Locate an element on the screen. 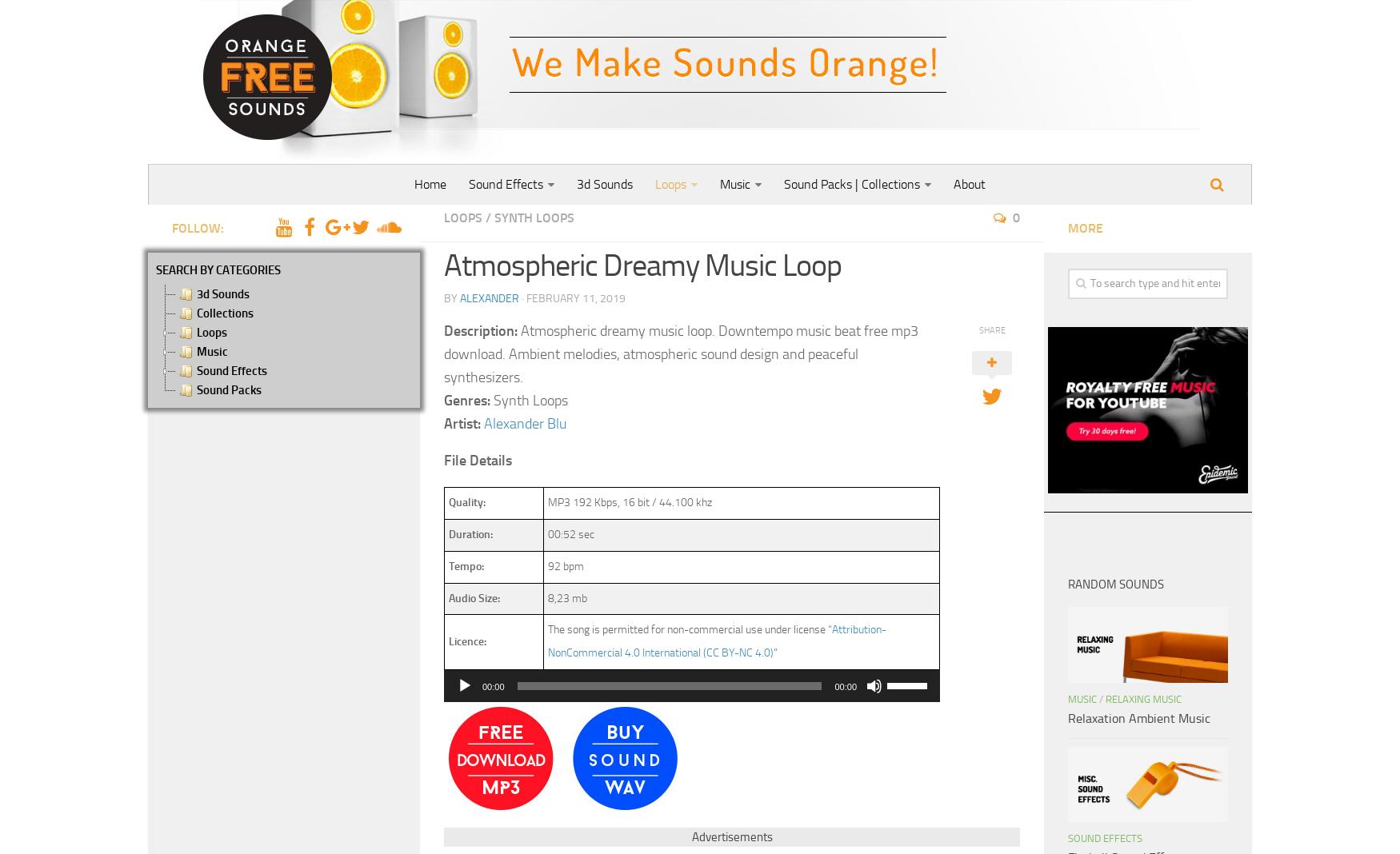  'MP3 192 Kbps, 16 bit / 44.100 khz' is located at coordinates (628, 501).